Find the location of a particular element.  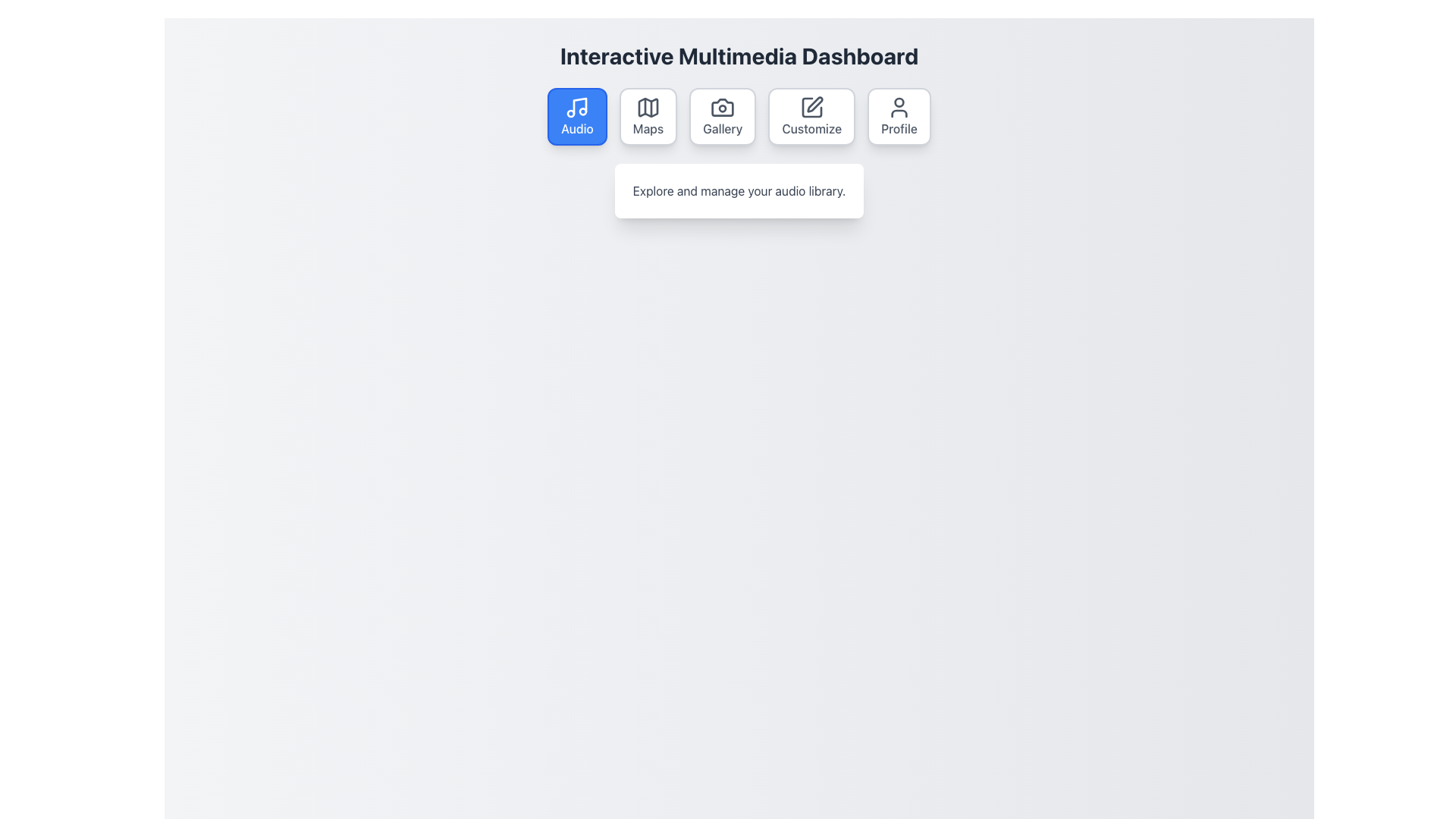

the 'Profile' button, which is a rectangular button with a user figure icon and gray text on a white background, located on the top-right section of the application interface is located at coordinates (899, 116).